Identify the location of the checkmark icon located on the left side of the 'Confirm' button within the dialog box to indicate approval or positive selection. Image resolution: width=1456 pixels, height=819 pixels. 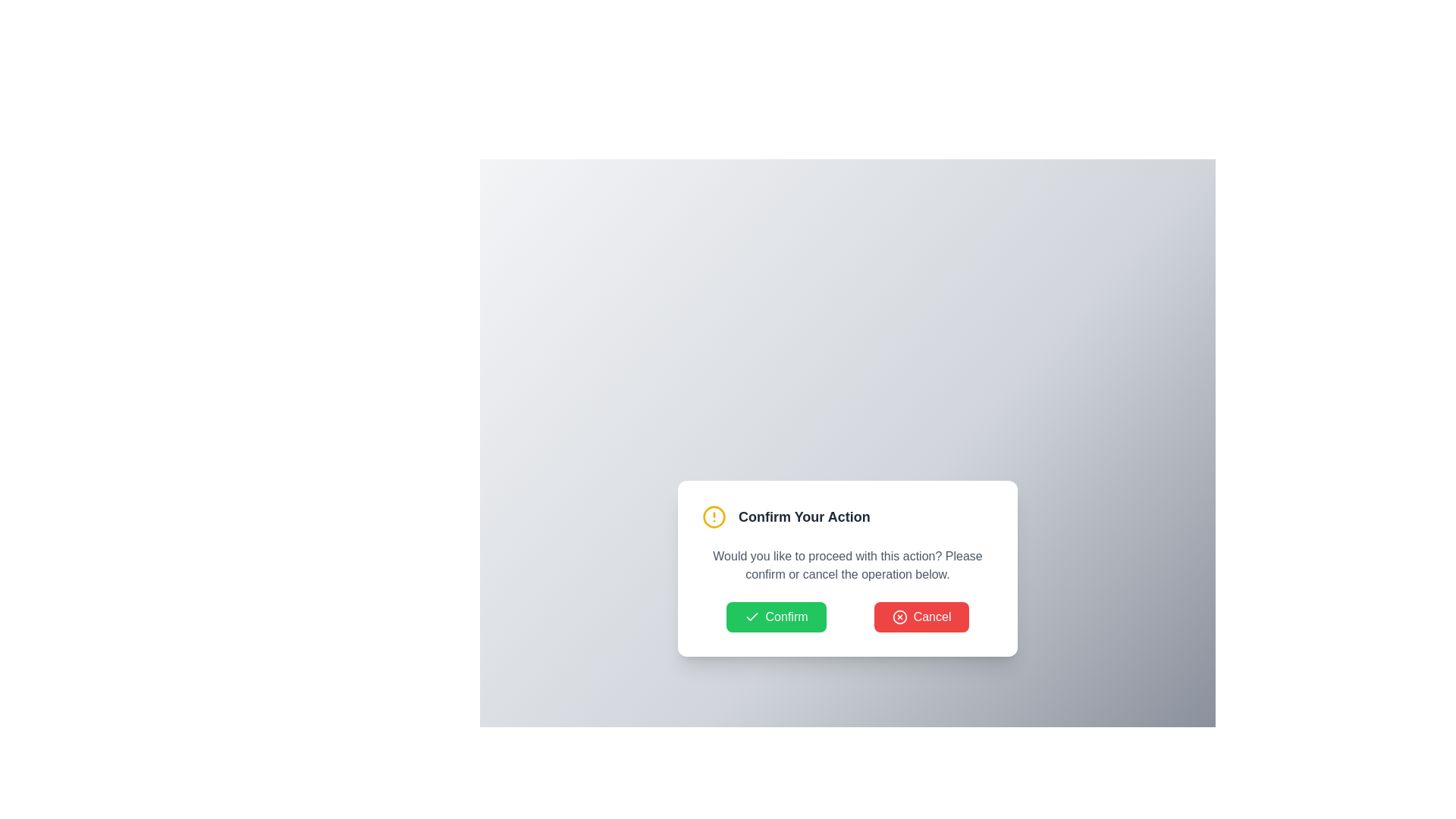
(752, 617).